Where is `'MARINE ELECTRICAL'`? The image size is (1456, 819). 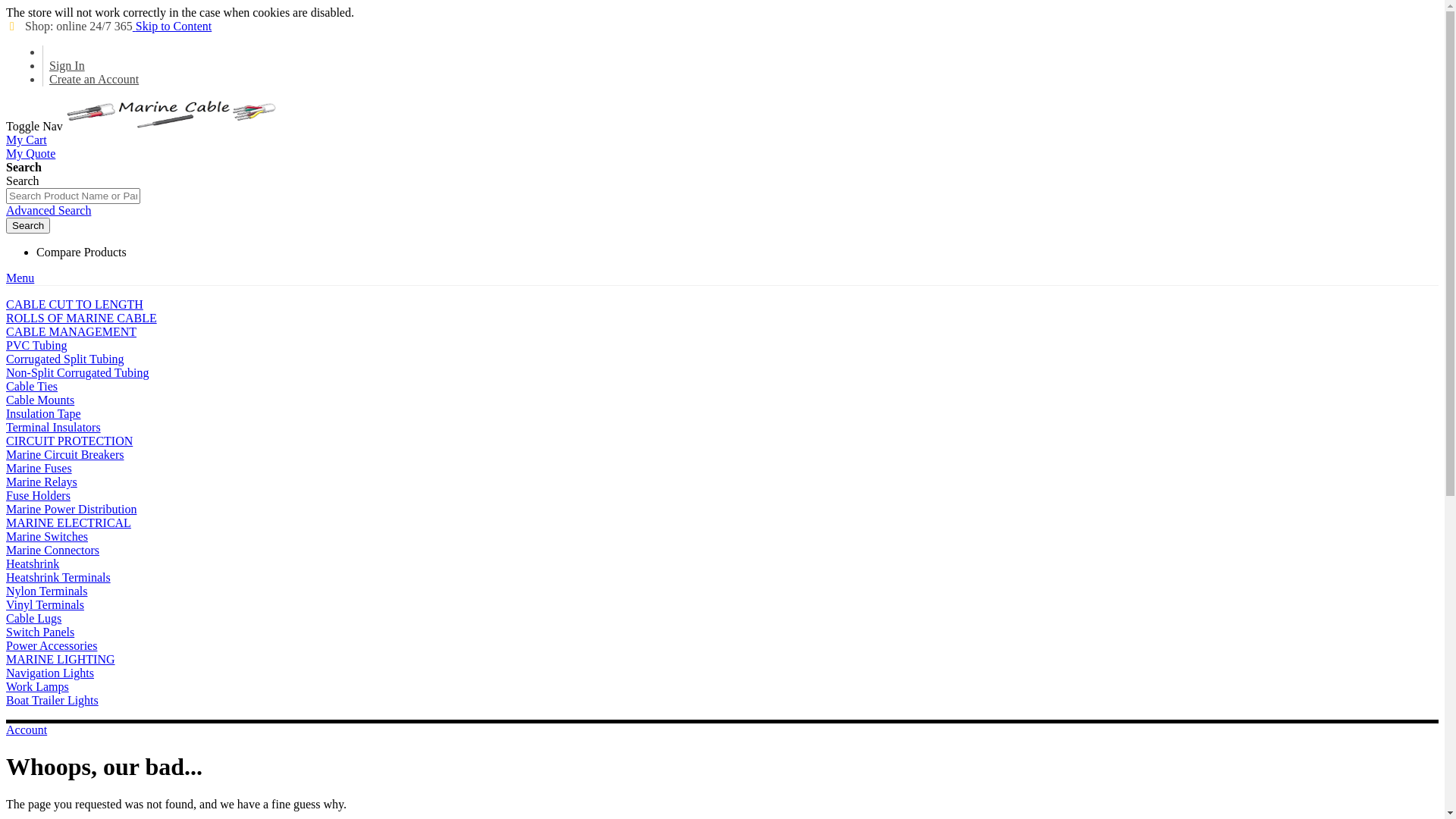 'MARINE ELECTRICAL' is located at coordinates (67, 522).